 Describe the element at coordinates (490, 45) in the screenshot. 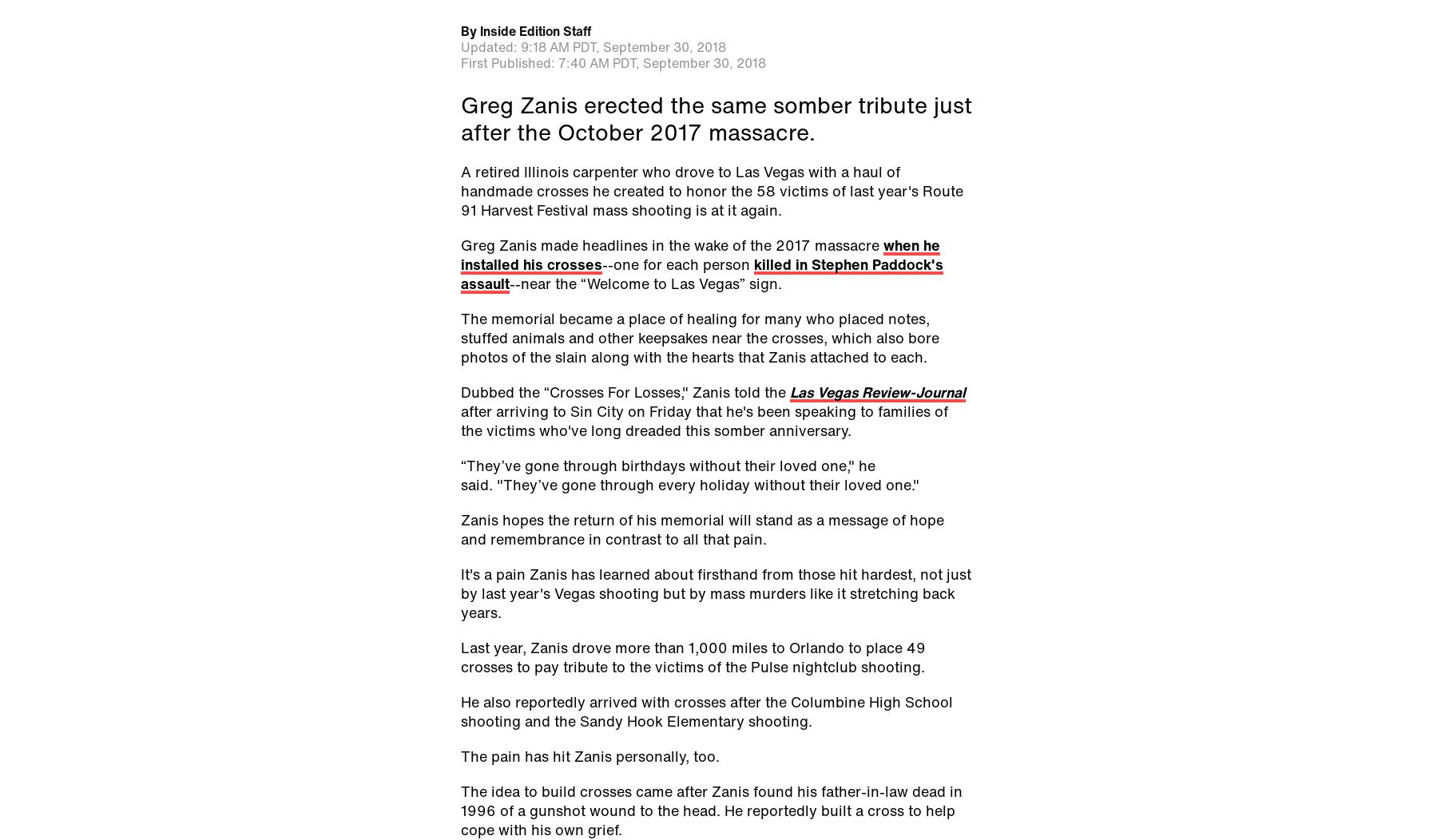

I see `'Updated:'` at that location.